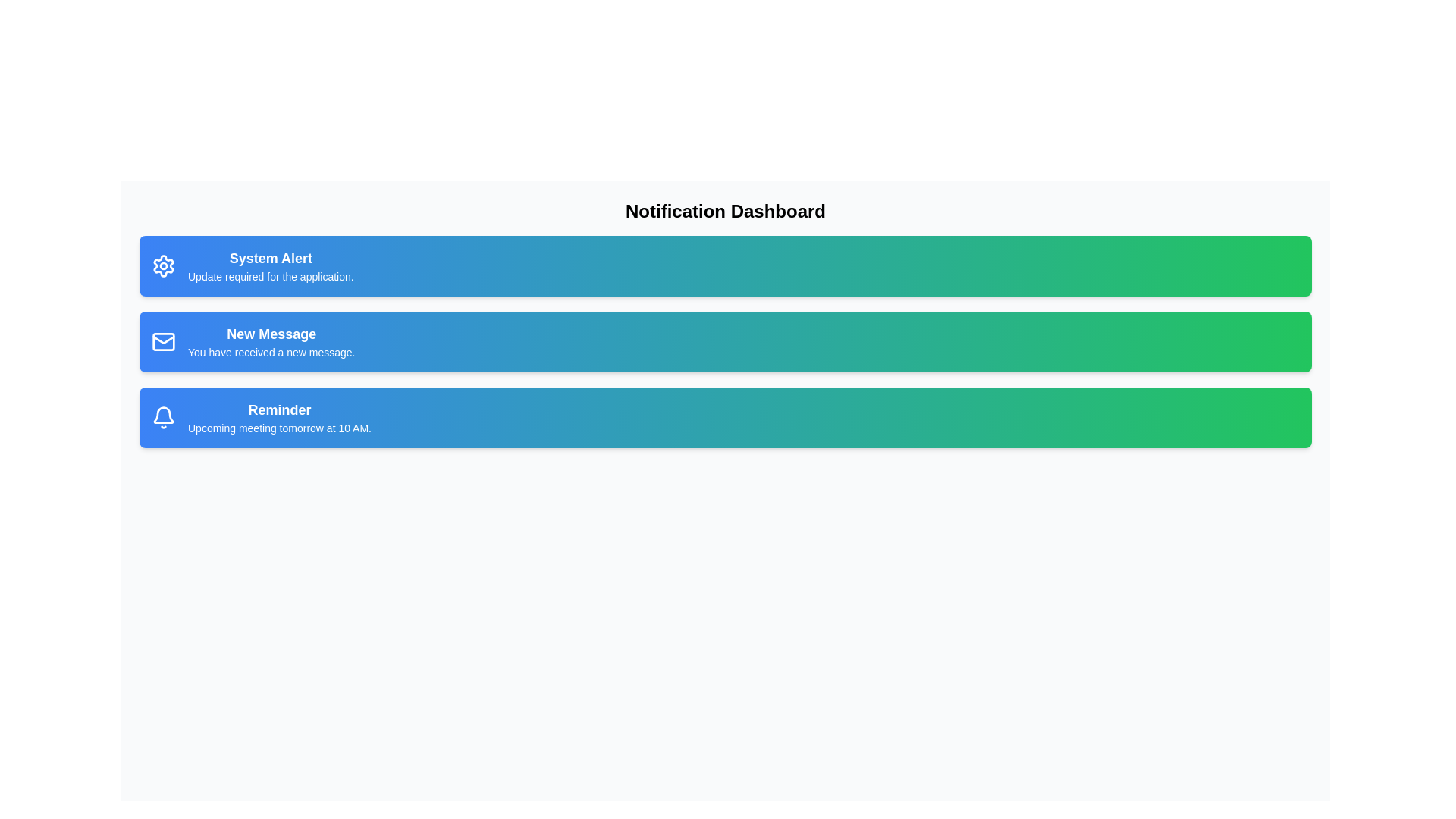  What do you see at coordinates (164, 342) in the screenshot?
I see `the icon within the notification card titled 'New Message'` at bounding box center [164, 342].